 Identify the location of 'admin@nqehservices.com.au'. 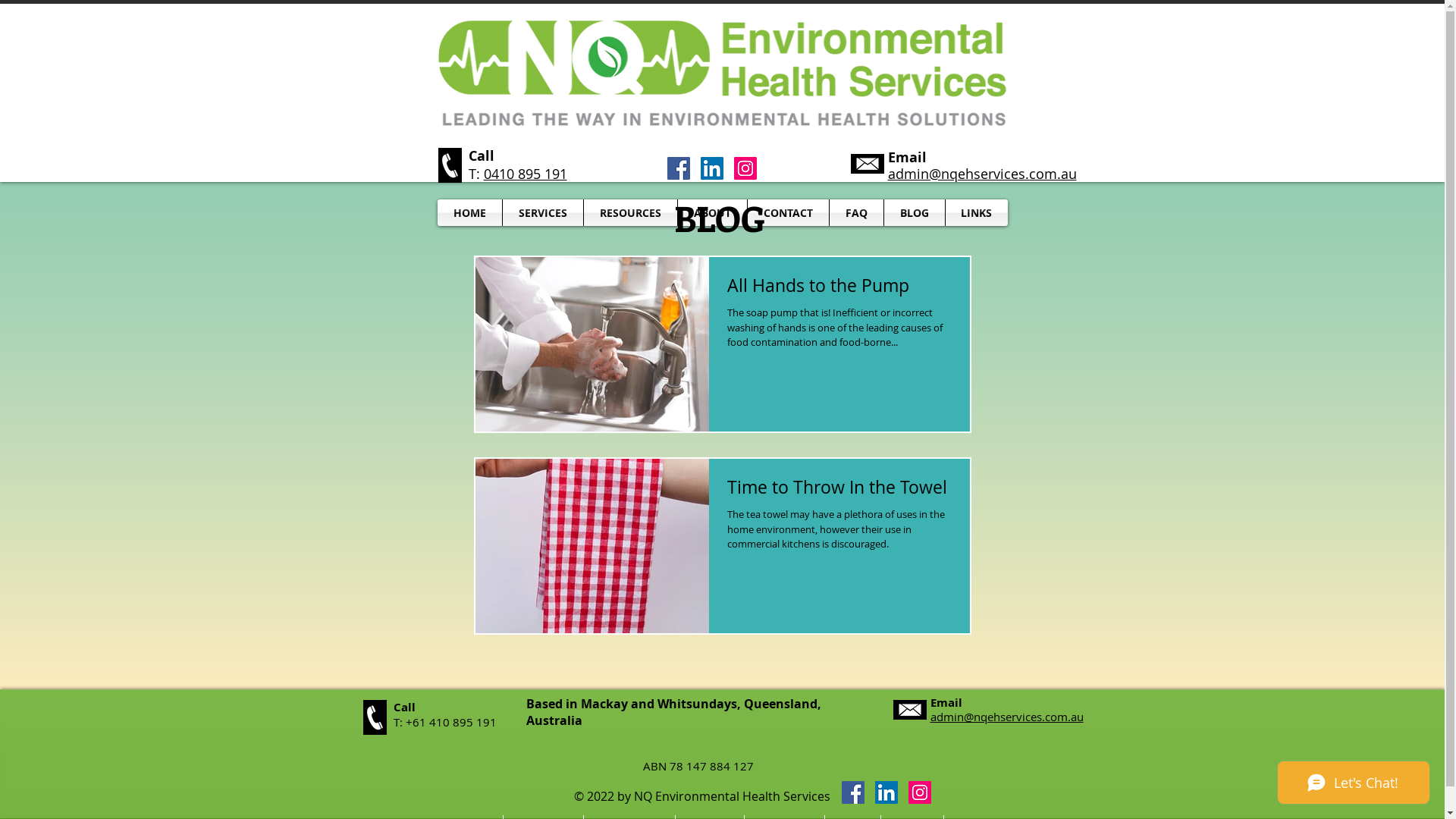
(1006, 717).